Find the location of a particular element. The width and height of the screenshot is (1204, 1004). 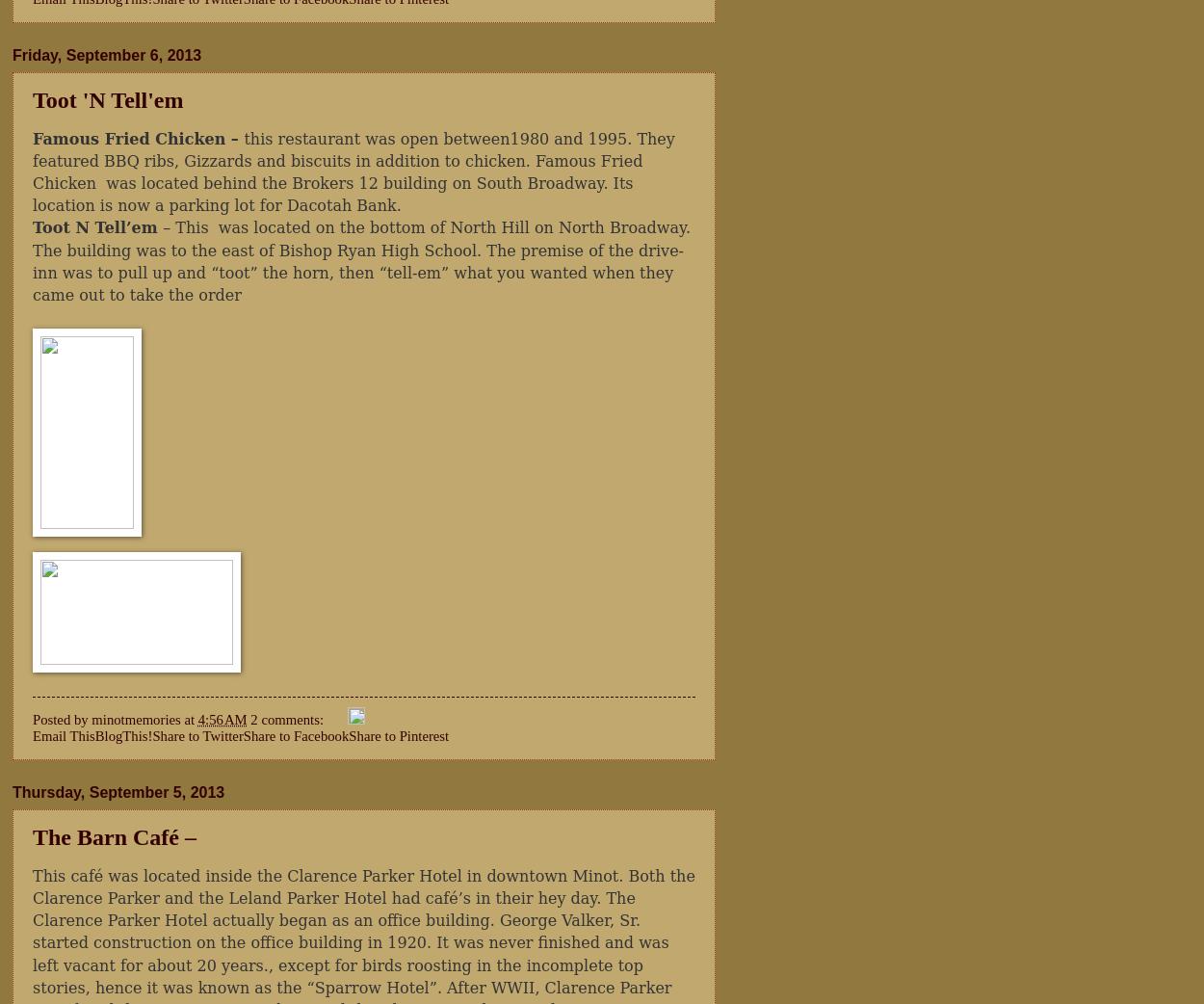

'this restaurant was open
between1980 and 1995. They featured BBQ ribs, Gizzards and biscuits in addition
to chicken. Famous Fried Chicken' is located at coordinates (353, 161).